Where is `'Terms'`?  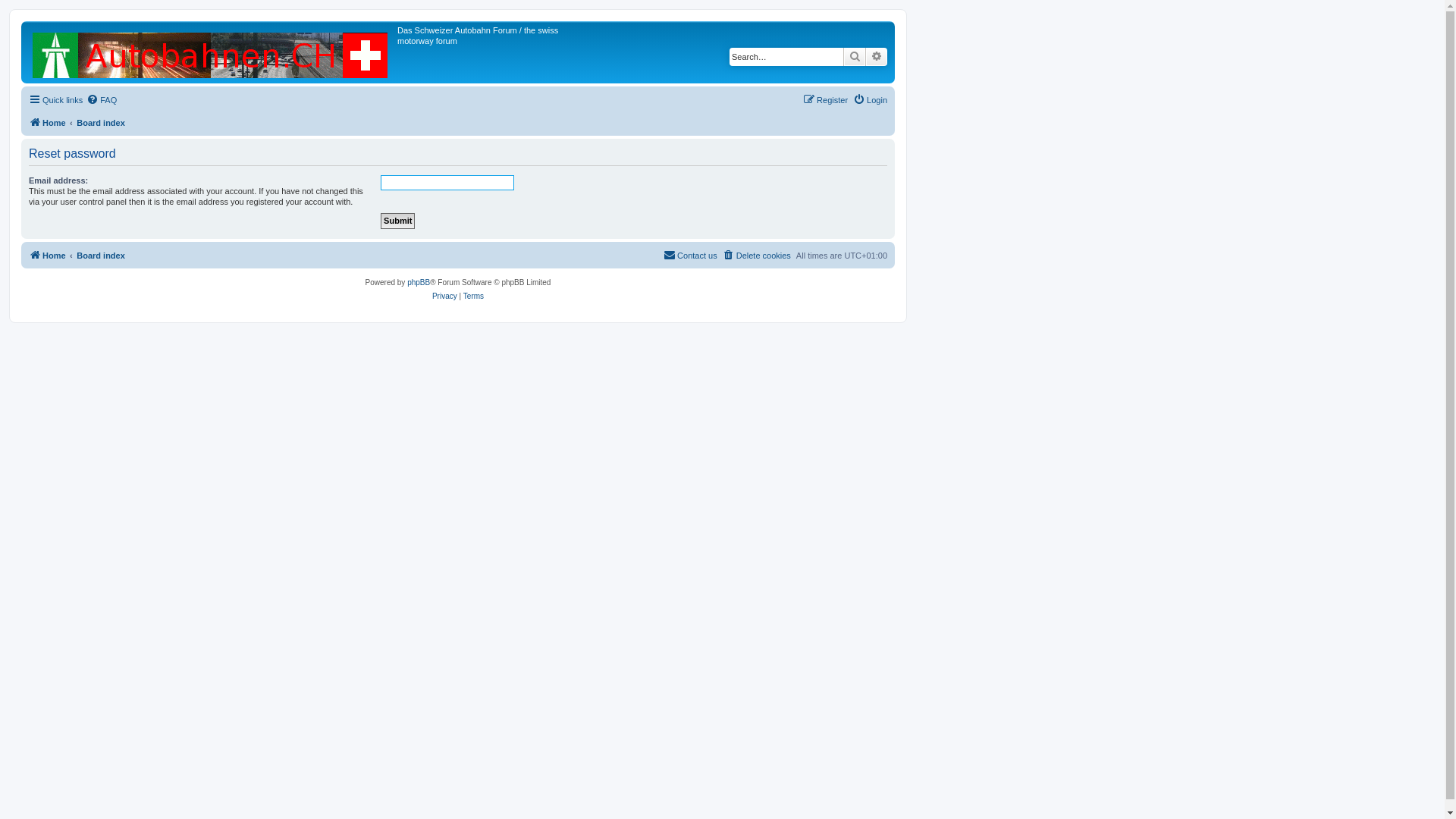 'Terms' is located at coordinates (472, 296).